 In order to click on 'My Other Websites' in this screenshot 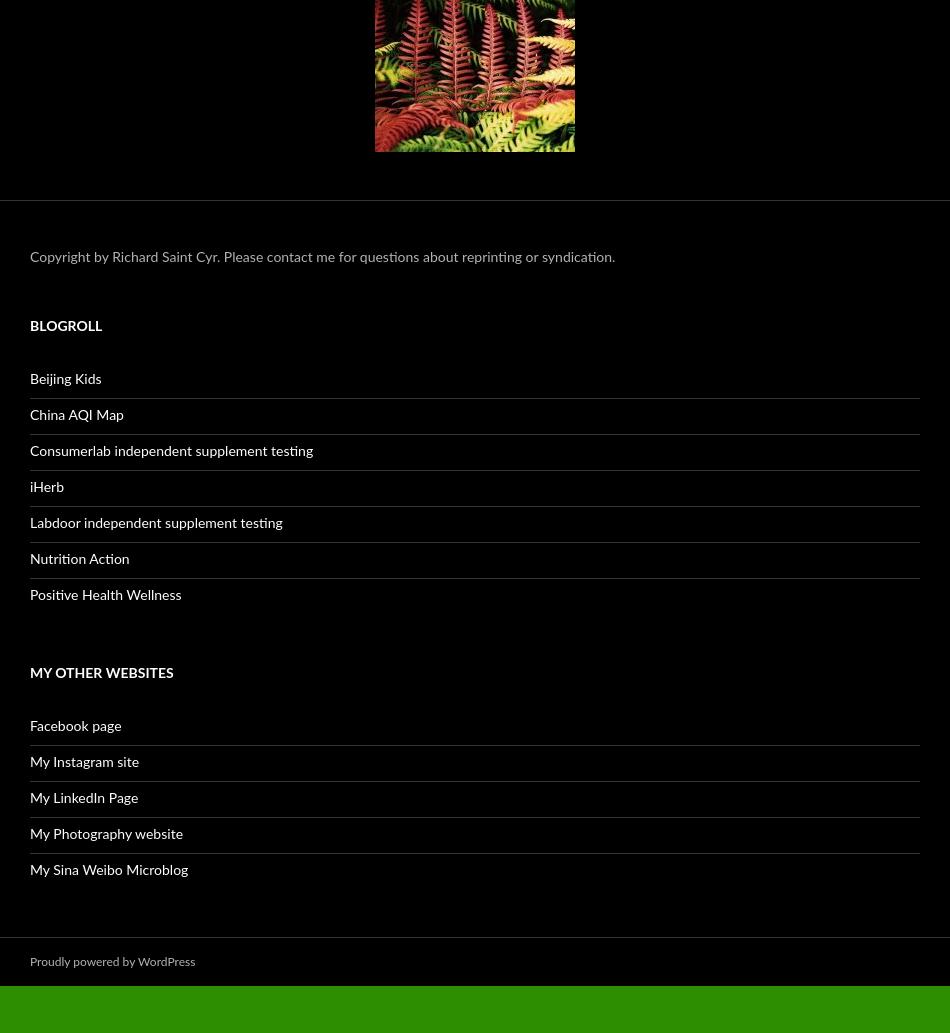, I will do `click(101, 671)`.